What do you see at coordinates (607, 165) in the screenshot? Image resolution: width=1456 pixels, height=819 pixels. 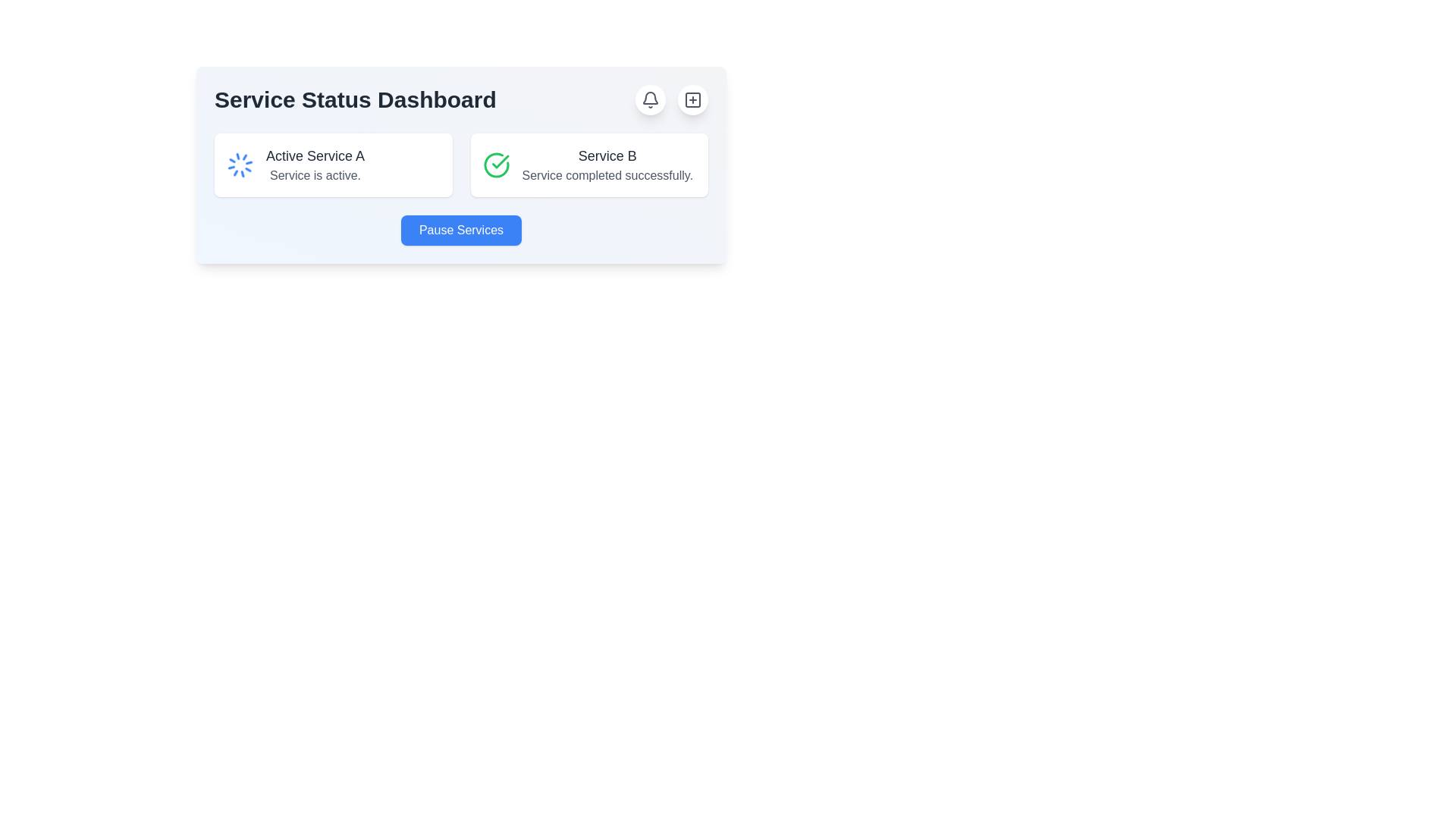 I see `the text label displaying 'Service B' which contains the message 'Service completed successfully.'` at bounding box center [607, 165].